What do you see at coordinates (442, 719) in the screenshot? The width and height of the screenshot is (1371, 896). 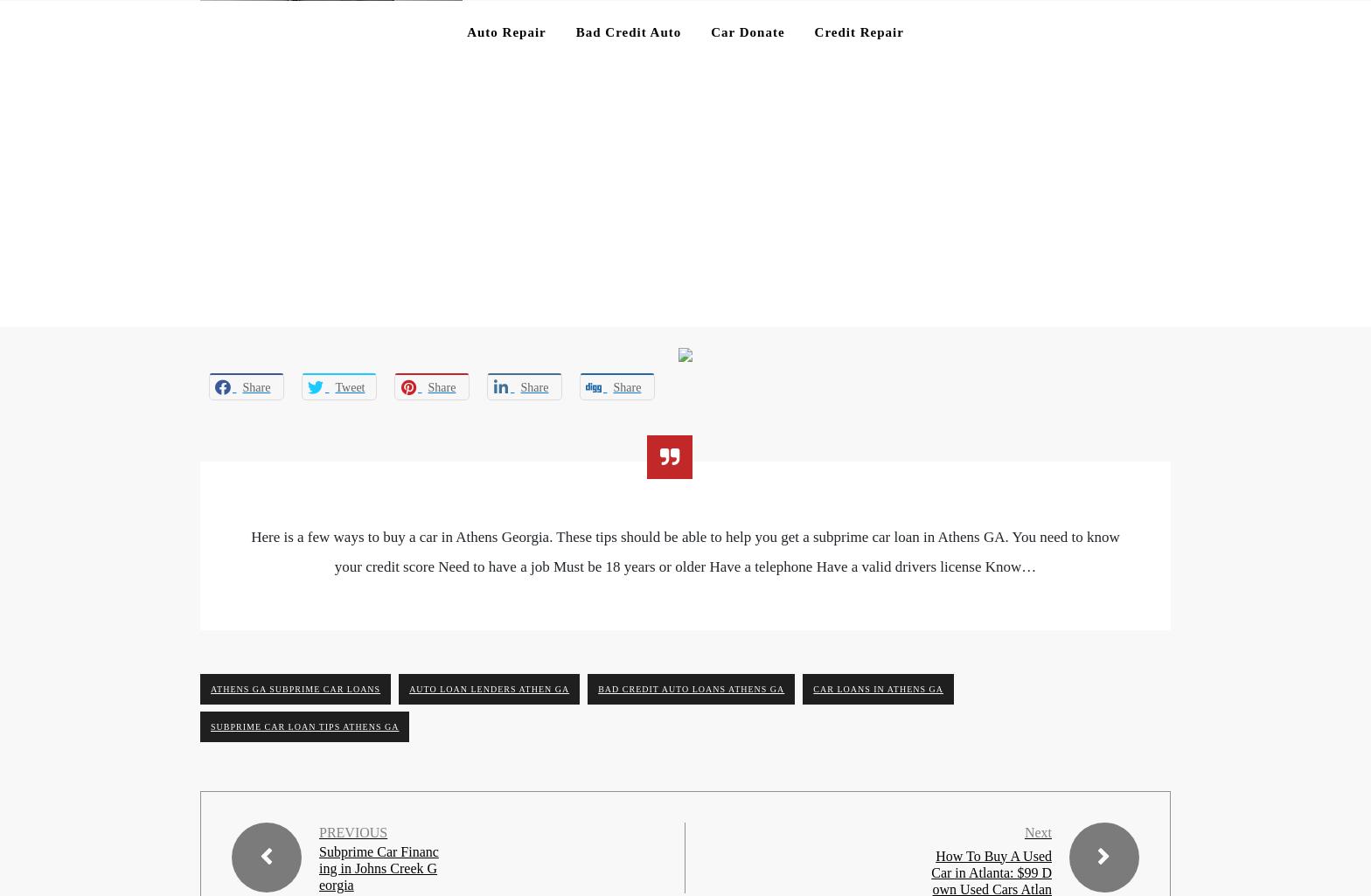 I see `'Save my name, email, and website in this browser for the next time I comment.'` at bounding box center [442, 719].